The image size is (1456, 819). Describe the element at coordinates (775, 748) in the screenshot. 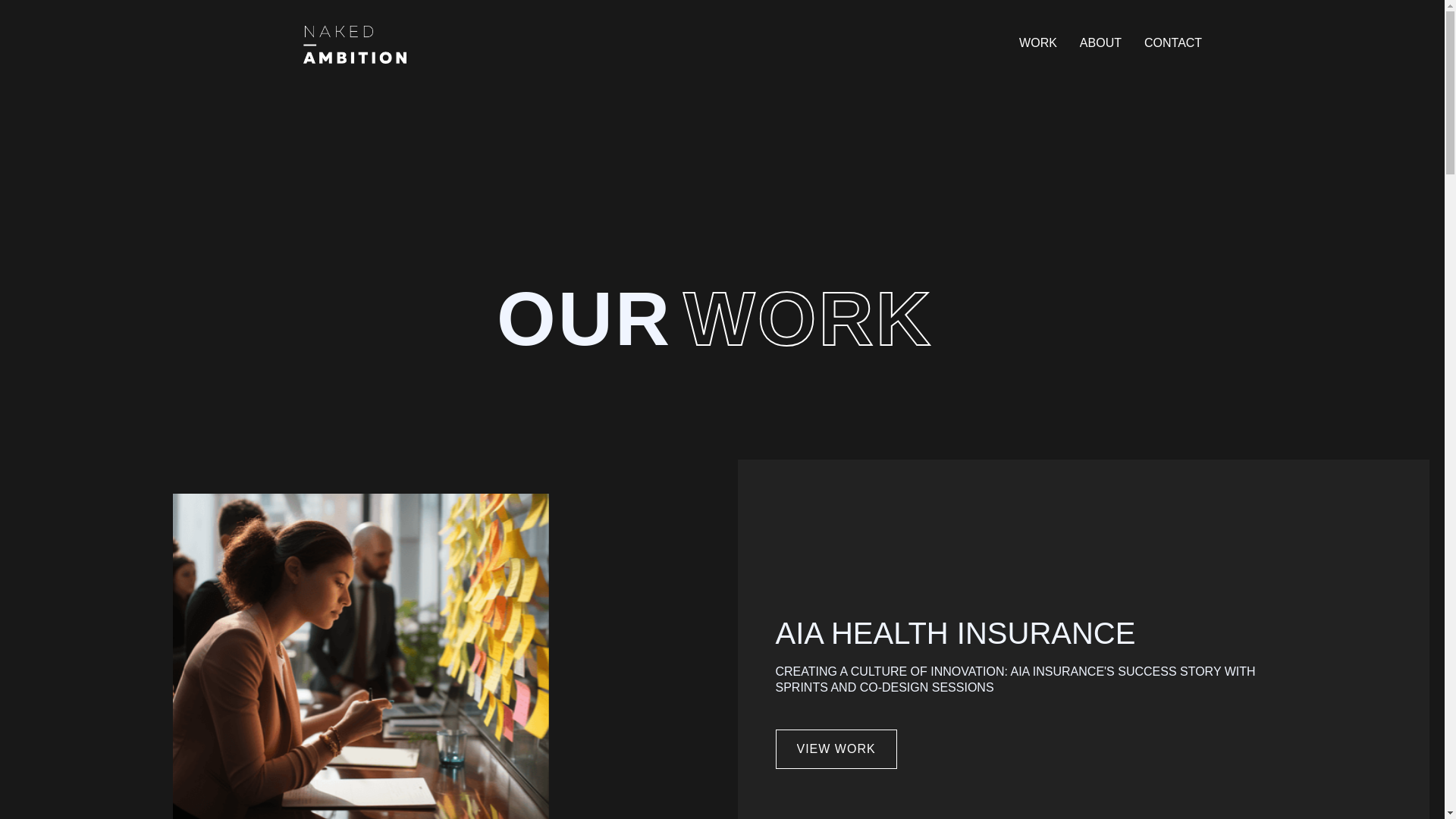

I see `'VIEW WORK'` at that location.